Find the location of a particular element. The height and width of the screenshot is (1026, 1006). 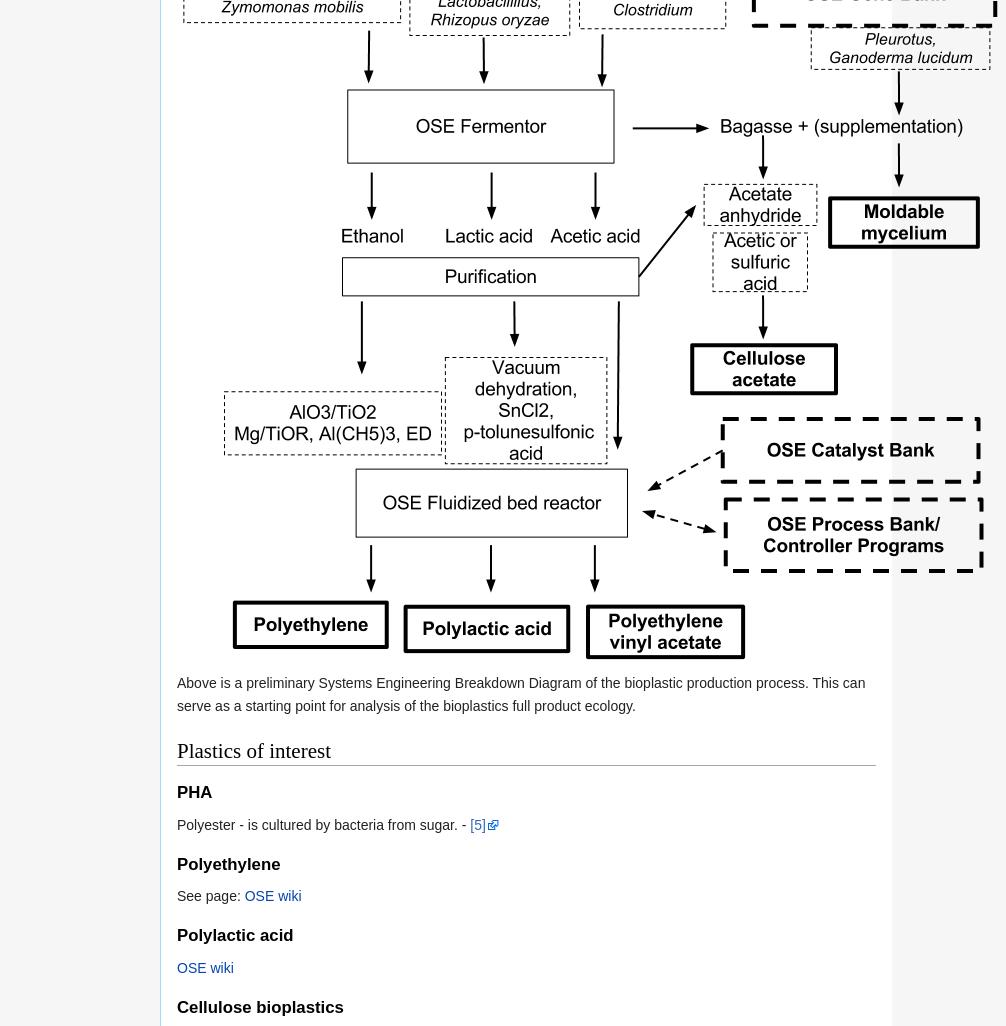

'[5]' is located at coordinates (476, 823).